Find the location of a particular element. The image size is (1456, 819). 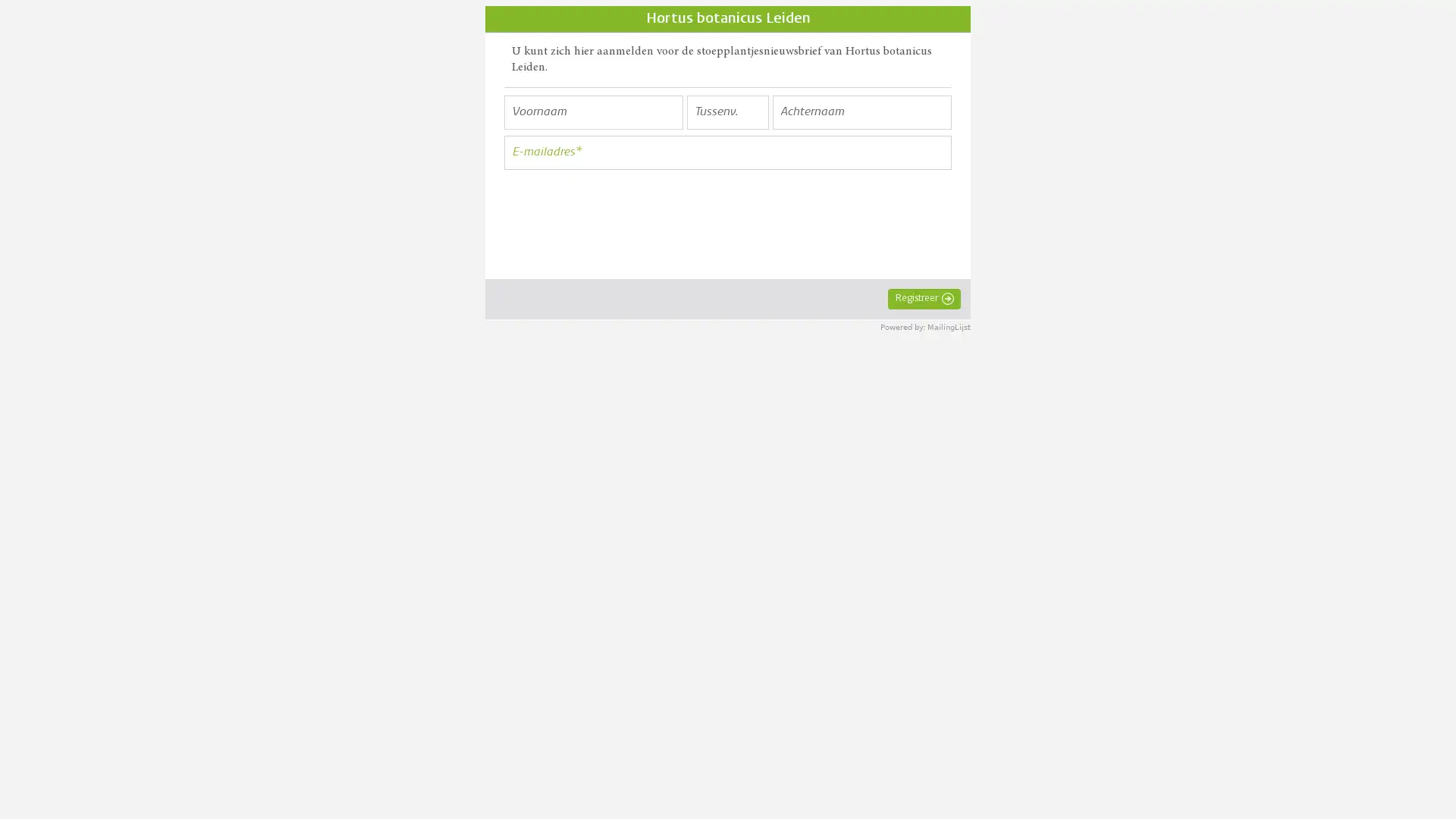

Registreer is located at coordinates (924, 298).